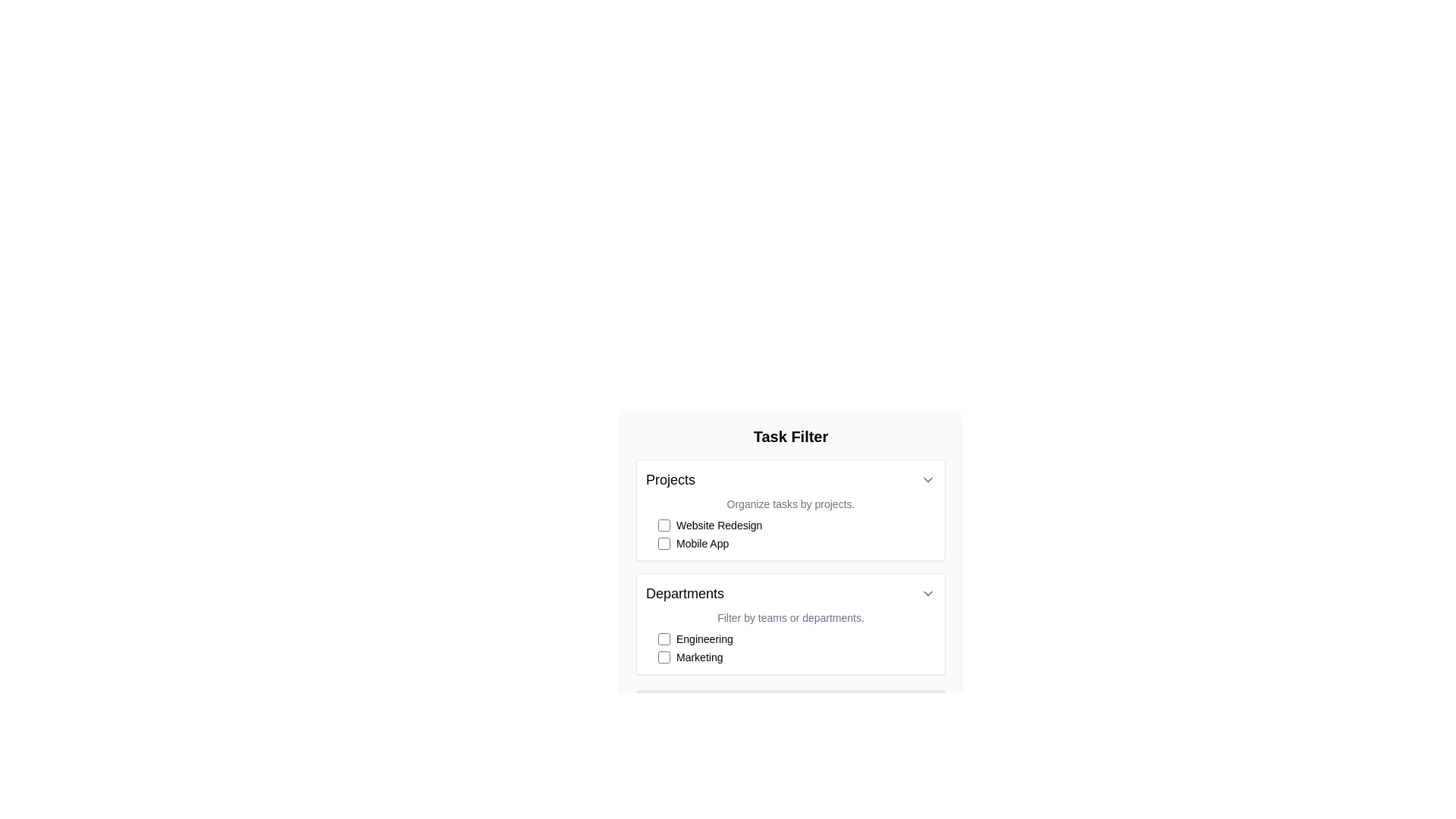 The width and height of the screenshot is (1456, 819). What do you see at coordinates (927, 479) in the screenshot?
I see `the downward-facing chevron icon located` at bounding box center [927, 479].